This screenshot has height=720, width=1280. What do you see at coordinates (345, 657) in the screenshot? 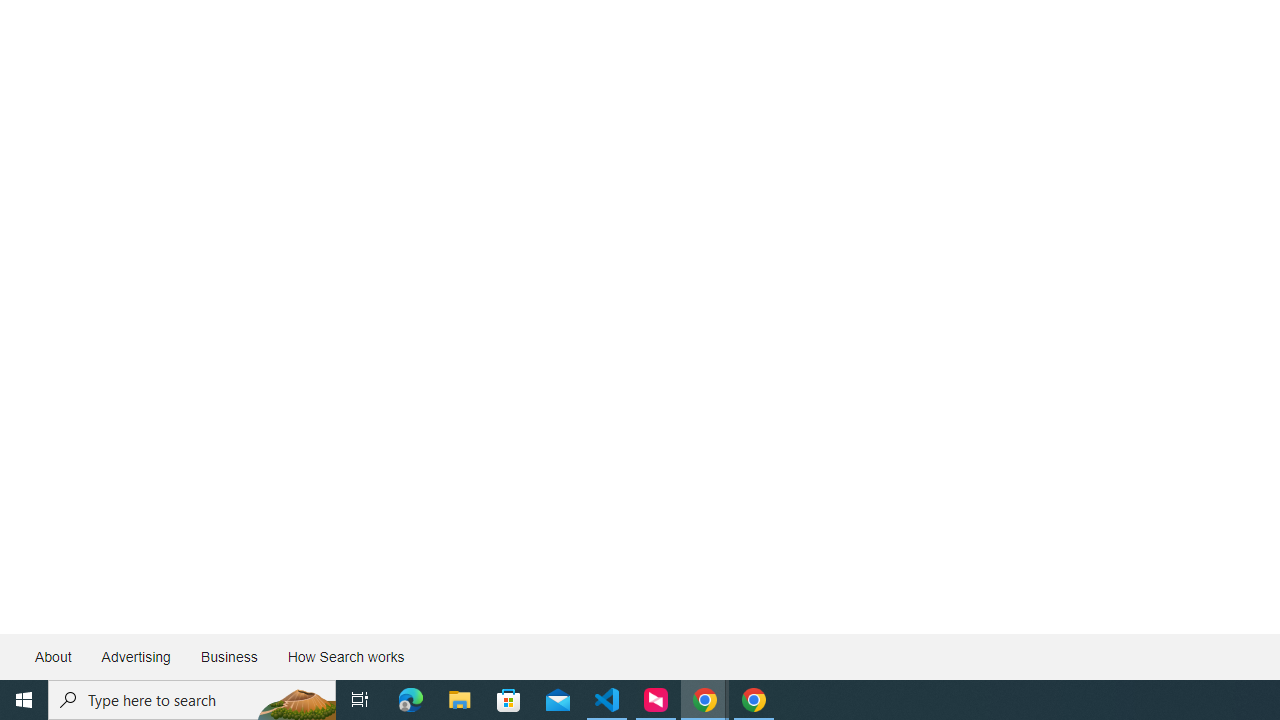
I see `'How Search works'` at bounding box center [345, 657].